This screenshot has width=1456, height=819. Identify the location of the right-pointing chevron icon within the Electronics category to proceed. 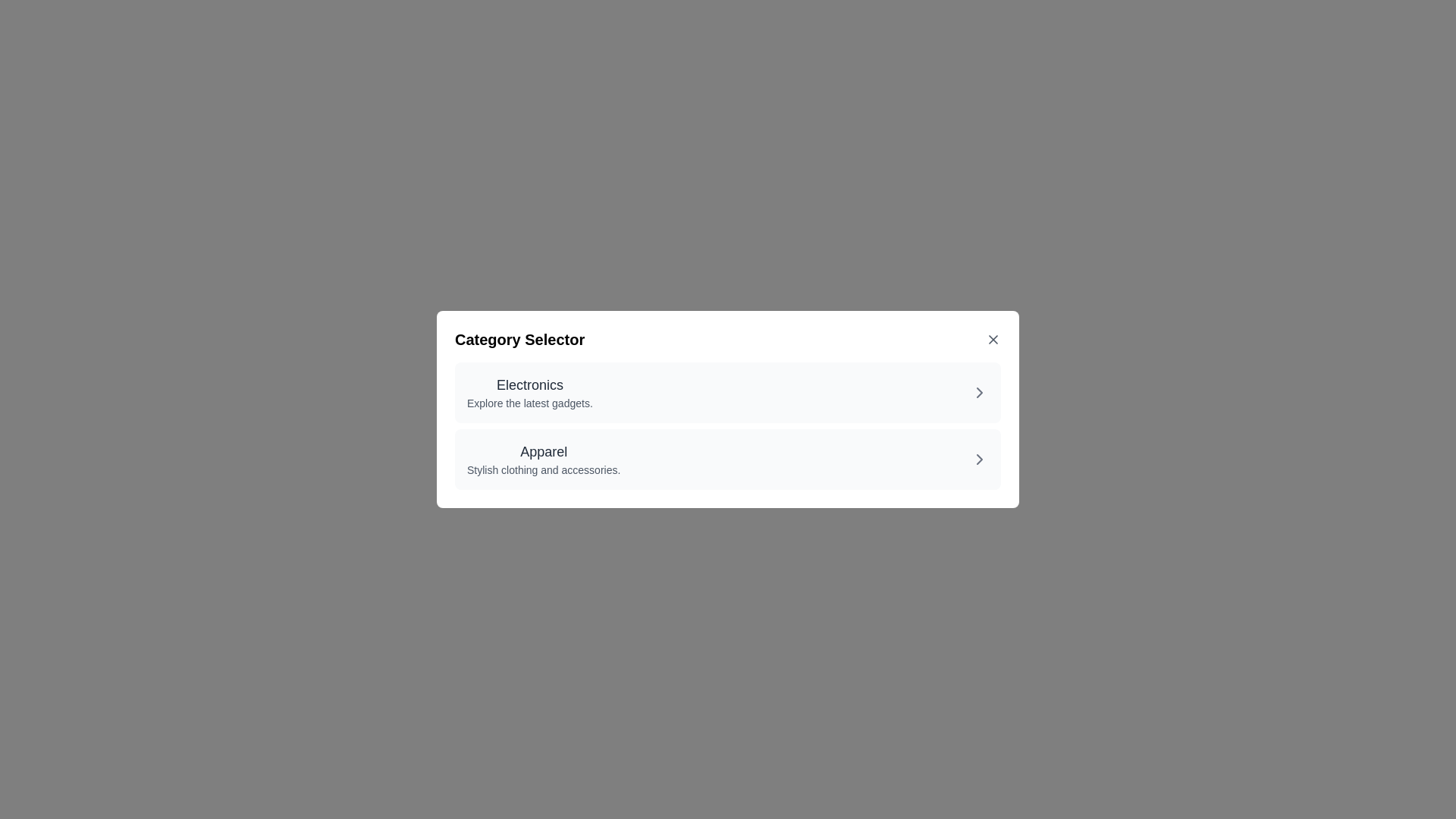
(979, 391).